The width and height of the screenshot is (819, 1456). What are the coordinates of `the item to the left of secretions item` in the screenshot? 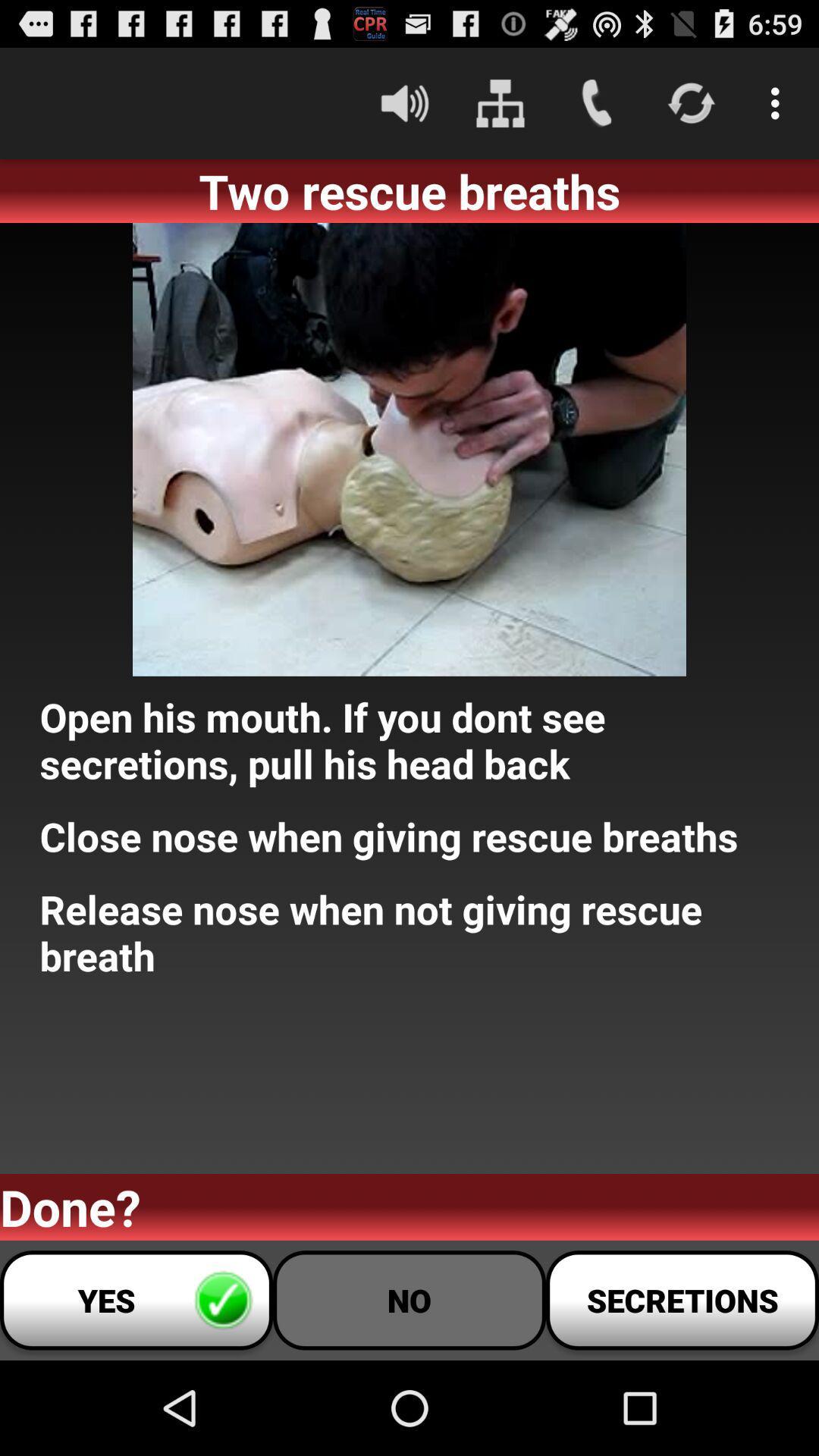 It's located at (409, 1299).